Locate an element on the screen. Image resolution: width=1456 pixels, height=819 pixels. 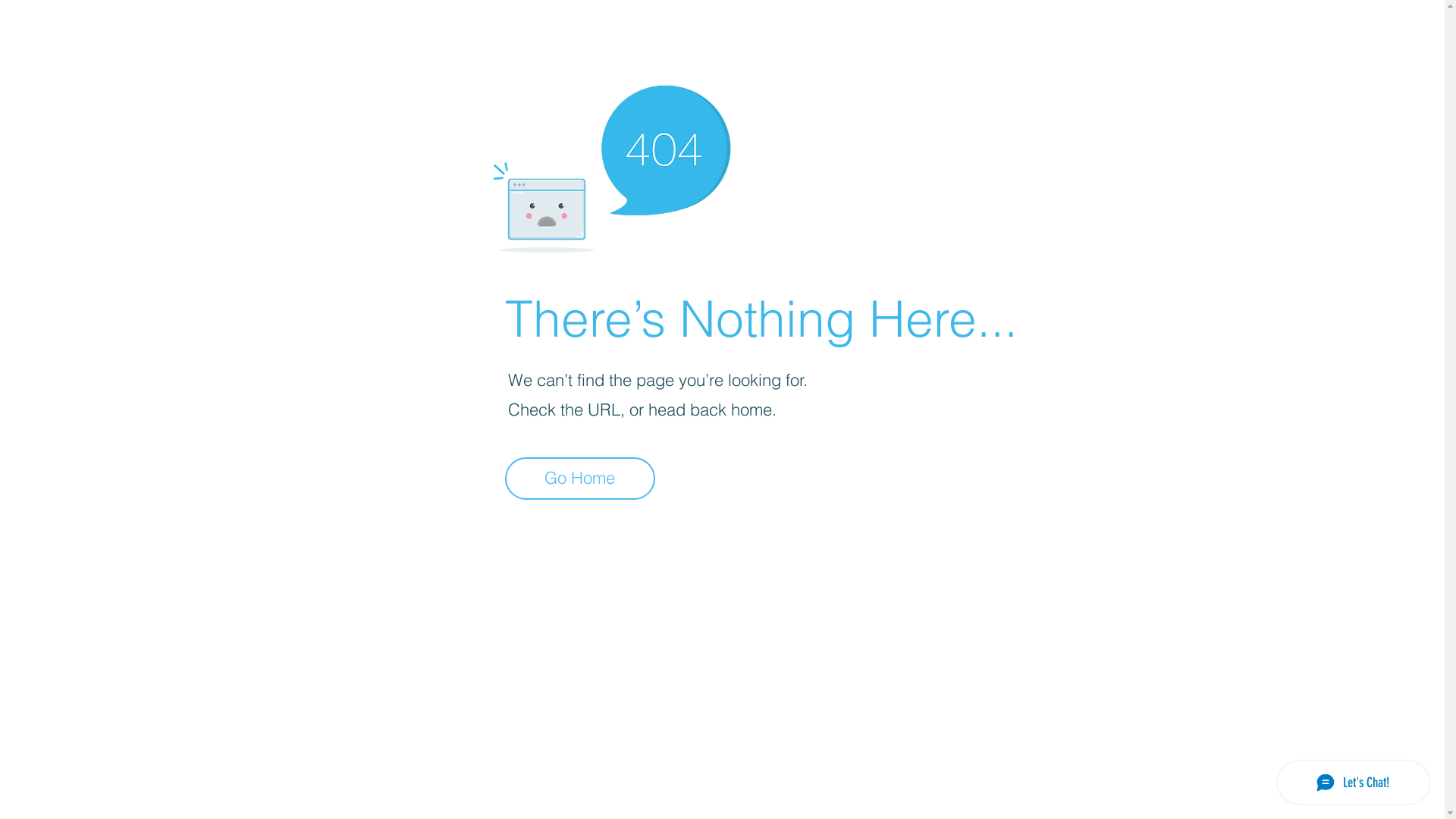
'Go Home' is located at coordinates (505, 479).